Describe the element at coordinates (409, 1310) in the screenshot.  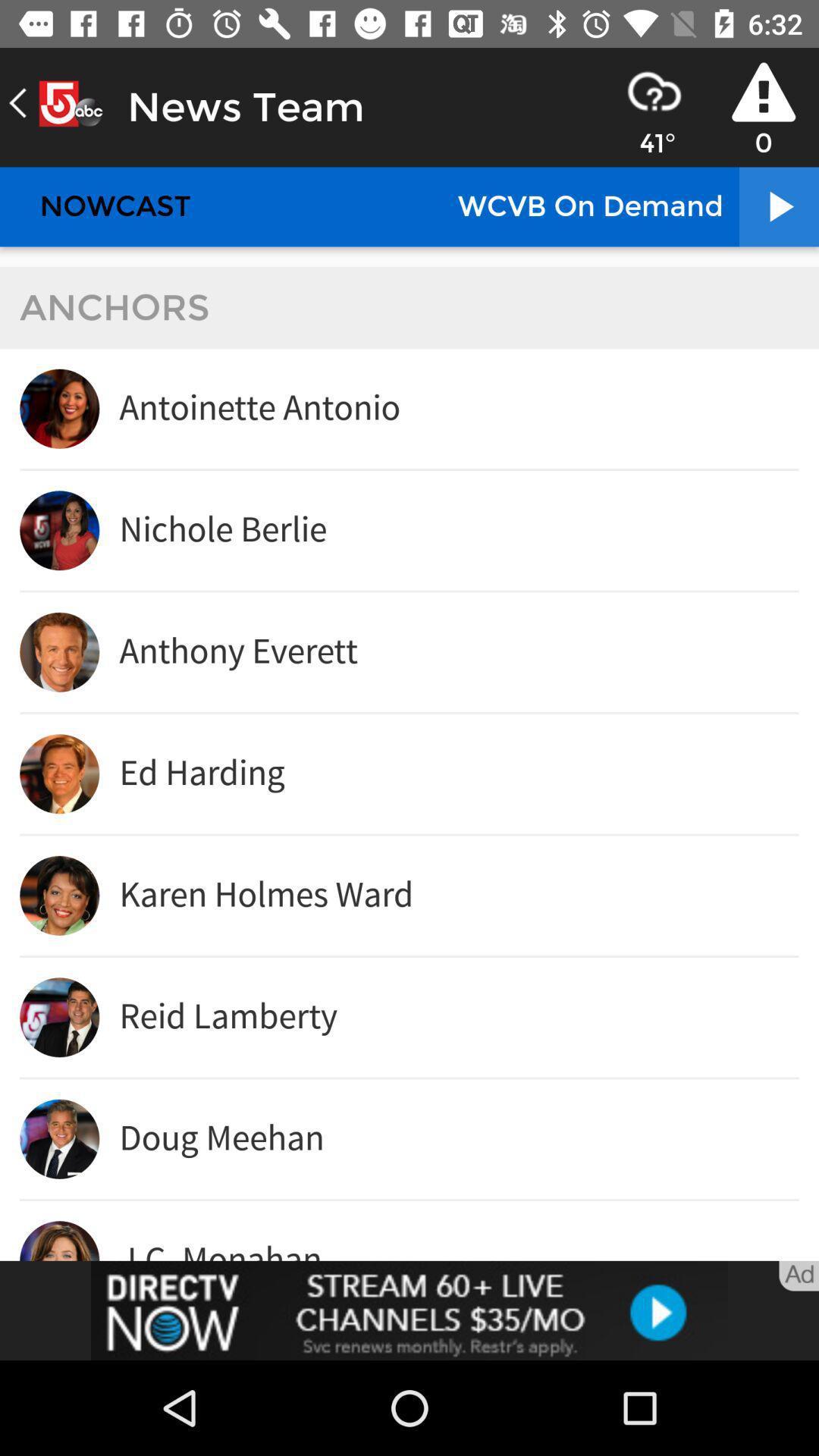
I see `adding advertisement` at that location.